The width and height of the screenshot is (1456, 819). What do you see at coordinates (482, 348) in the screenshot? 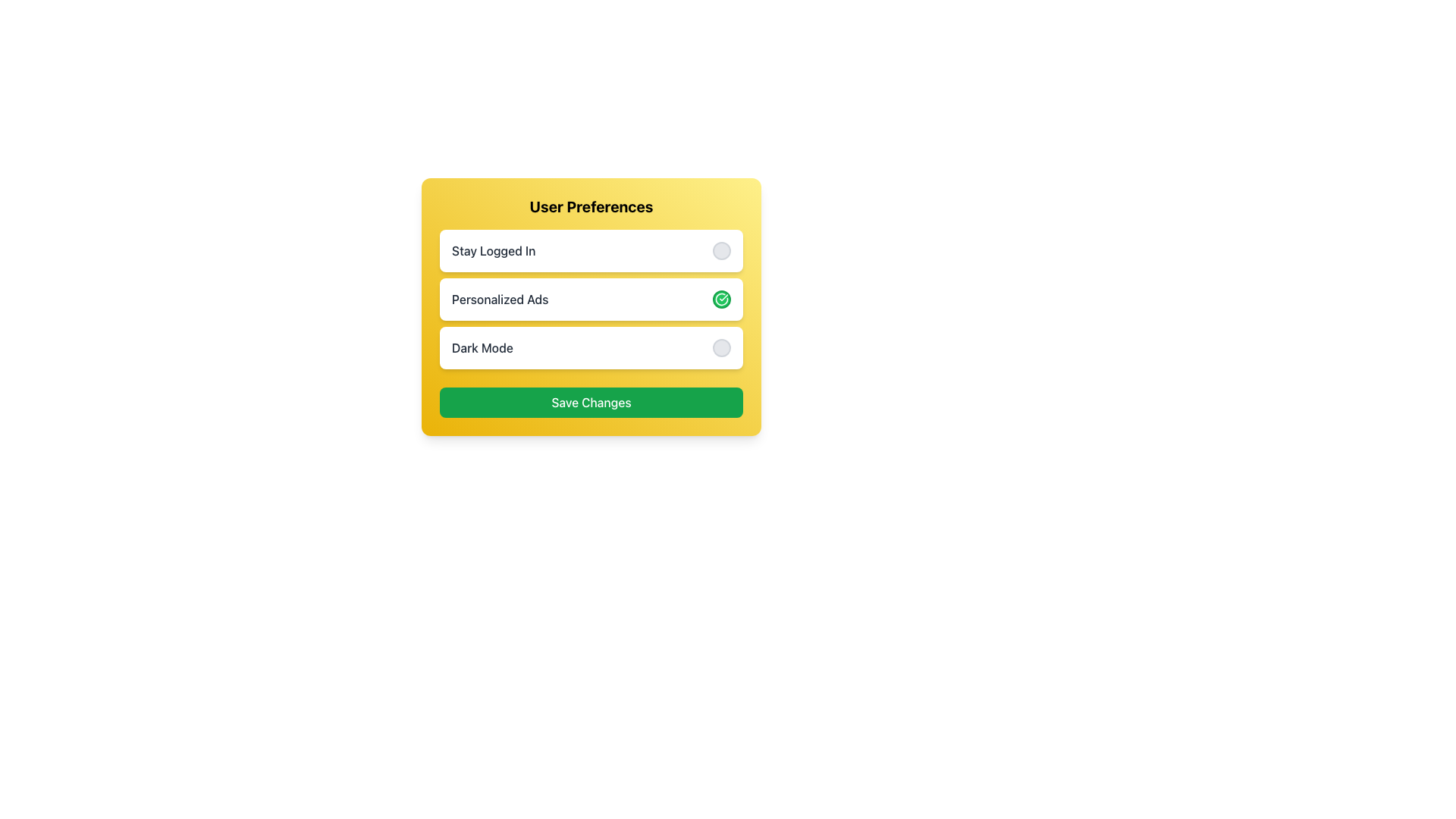
I see `the 'Dark Mode' text label, which is styled with medium-gray bold font and located within a white rounded rectangle inside a golden background card, positioned as the left-hand label in a settings card layout` at bounding box center [482, 348].